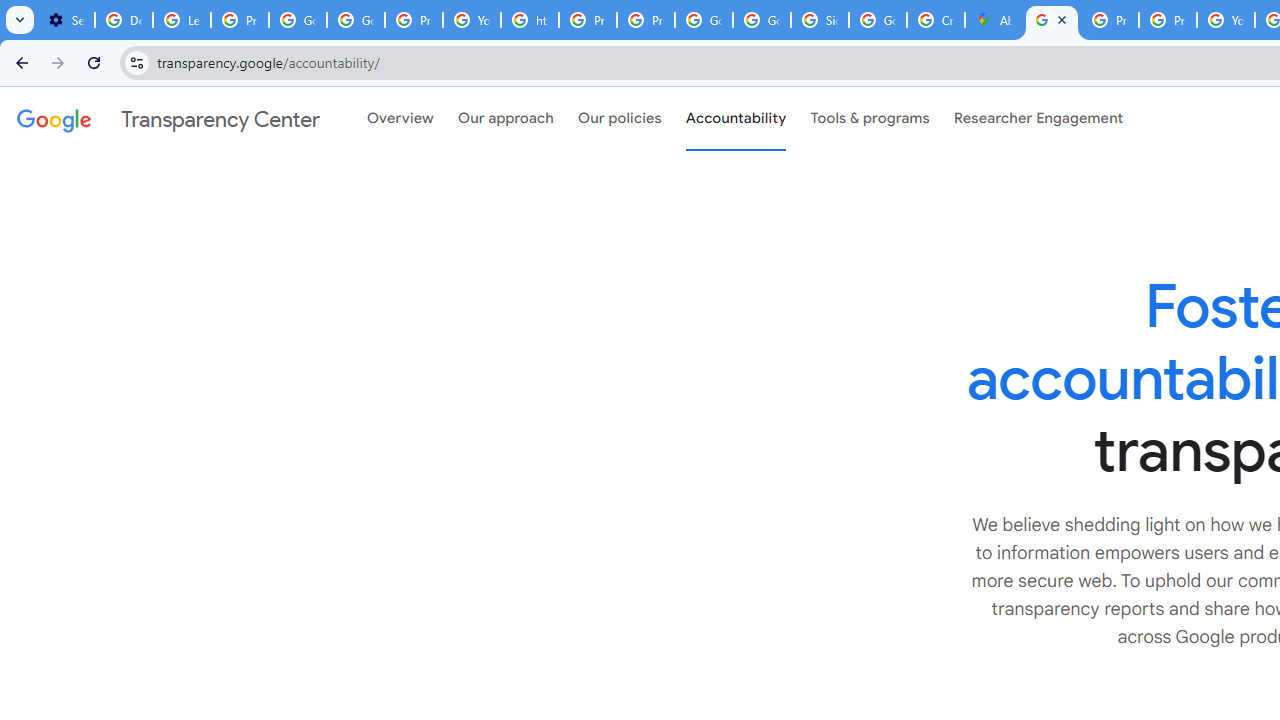 Image resolution: width=1280 pixels, height=720 pixels. What do you see at coordinates (65, 20) in the screenshot?
I see `'Settings - On startup'` at bounding box center [65, 20].